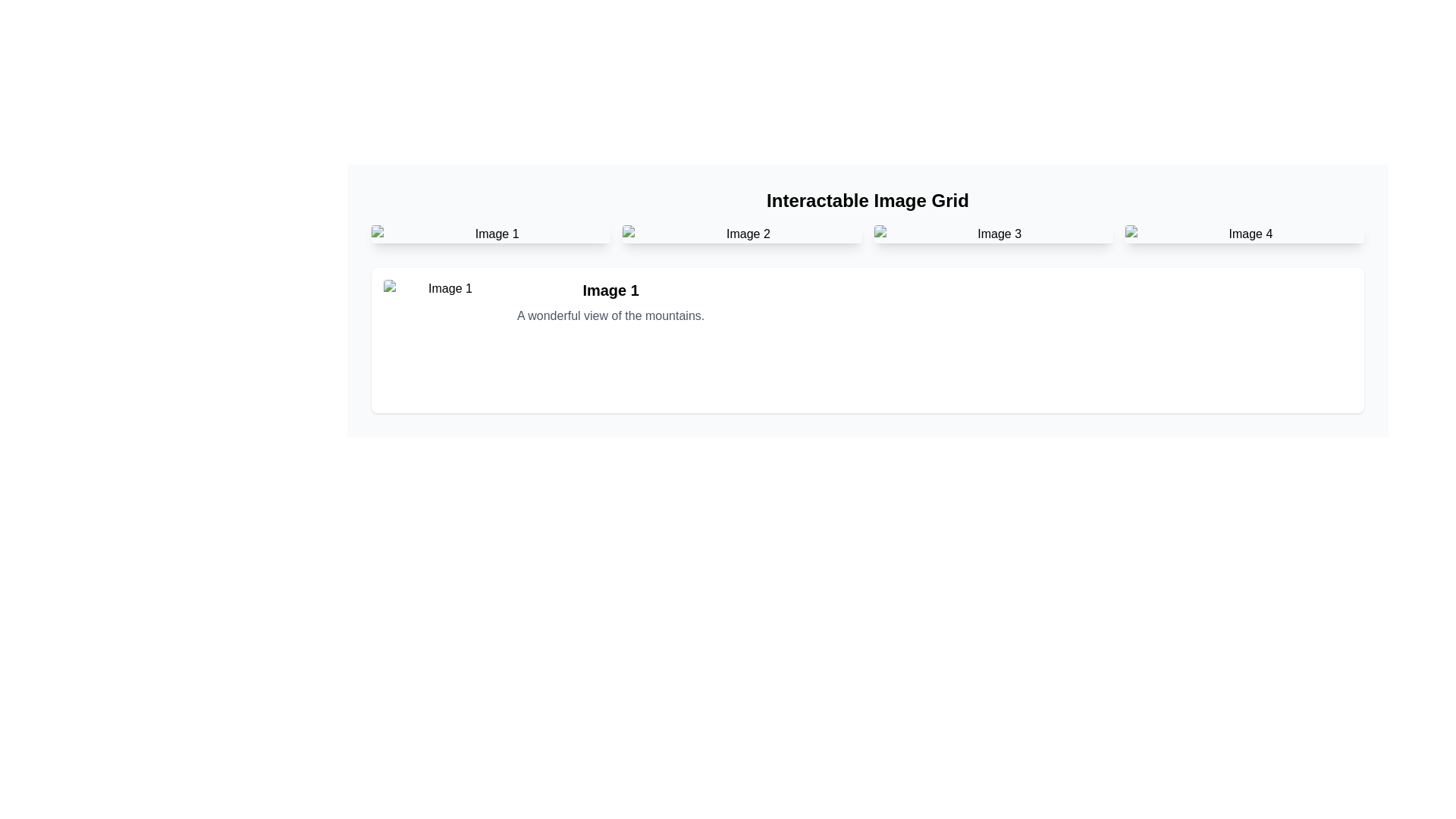  What do you see at coordinates (1244, 234) in the screenshot?
I see `the image labeled 'Image 4' which is located in the top right corner of the grid layout, featuring rounded corners and a shadow effect` at bounding box center [1244, 234].